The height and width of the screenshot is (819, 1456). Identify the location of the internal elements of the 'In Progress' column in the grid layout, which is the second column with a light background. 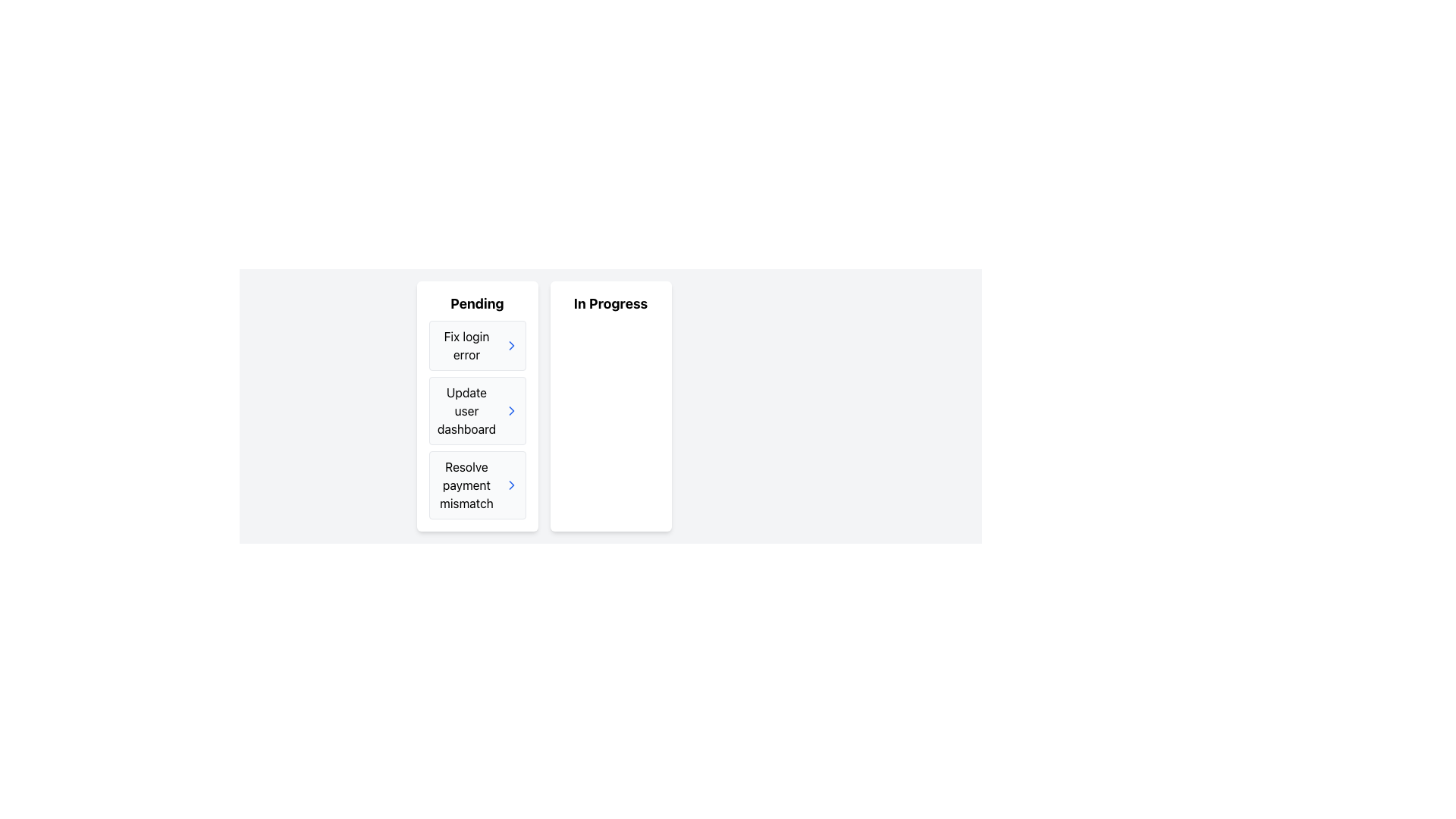
(610, 406).